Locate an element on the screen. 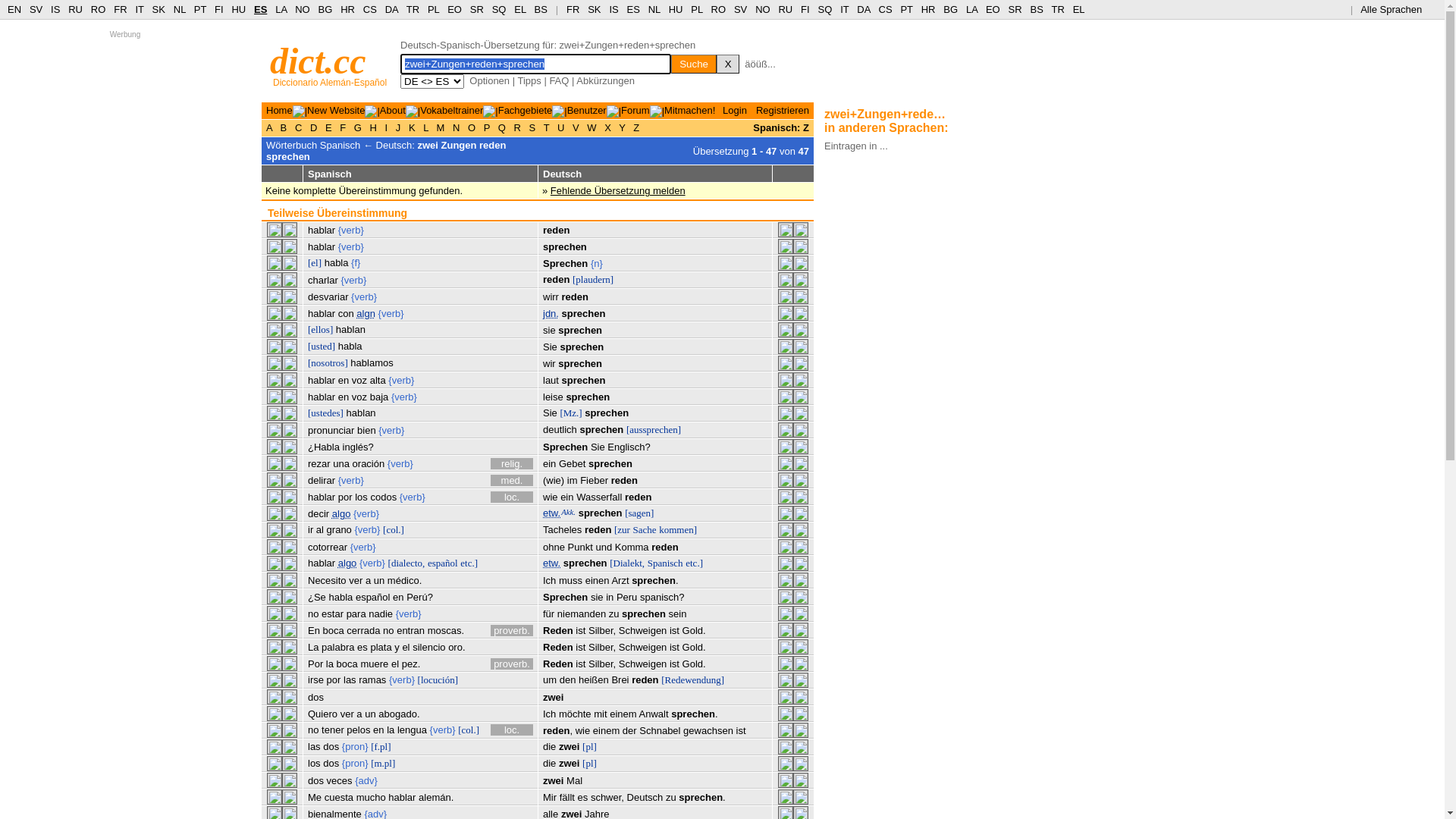  'nadie' is located at coordinates (381, 613).